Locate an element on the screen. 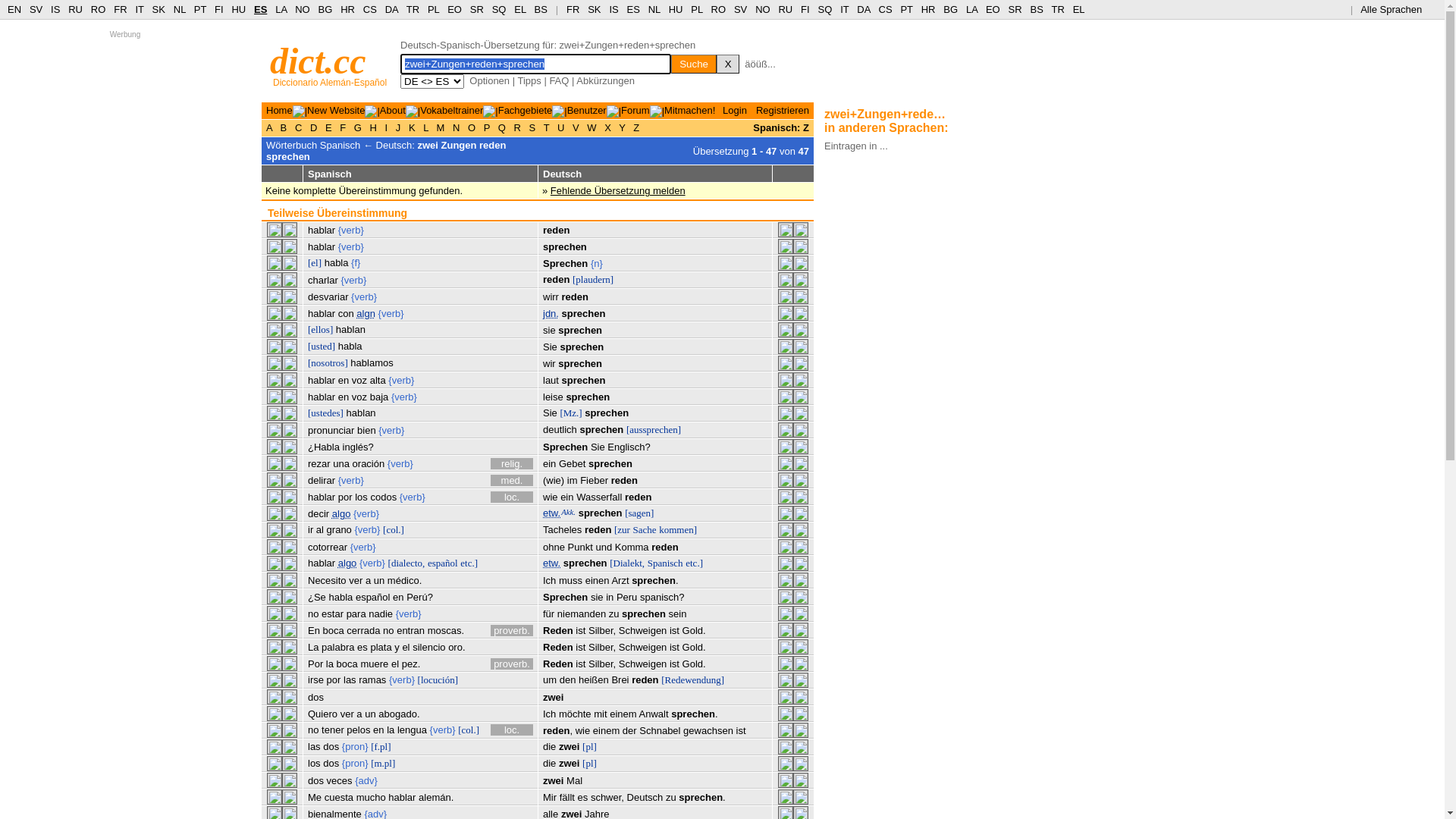  'nadie' is located at coordinates (381, 613).